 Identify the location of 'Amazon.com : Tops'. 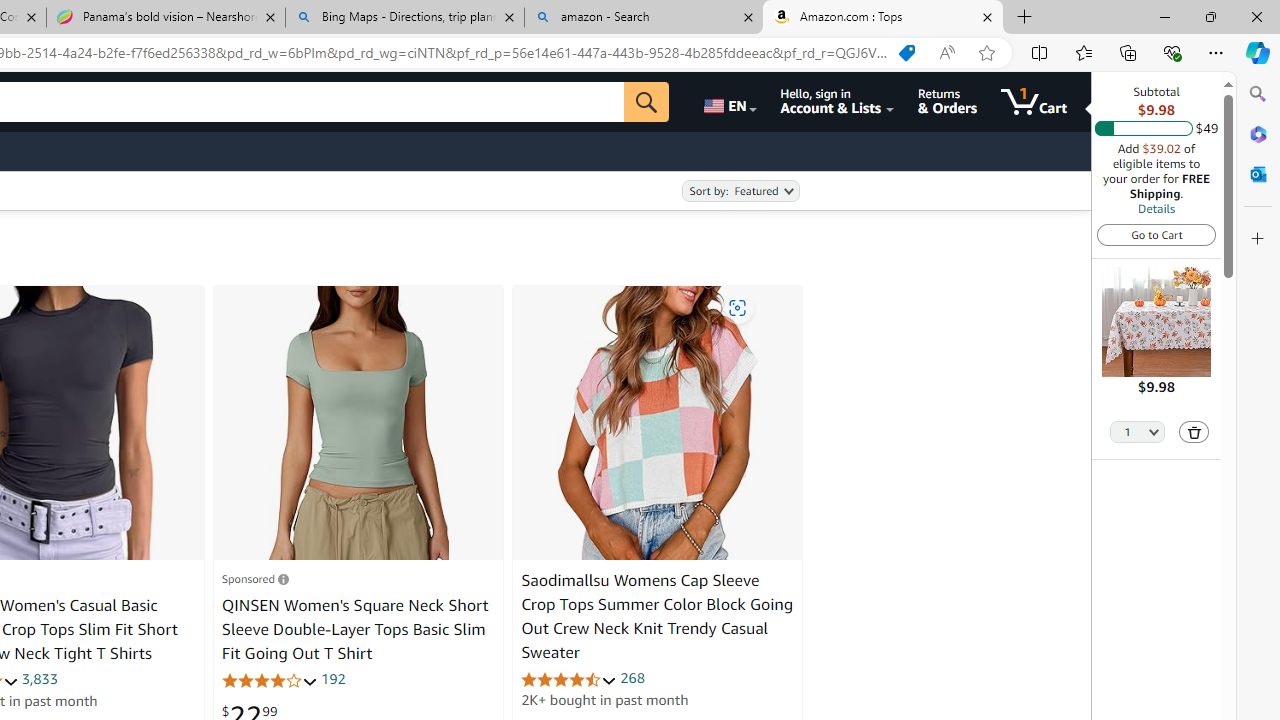
(882, 17).